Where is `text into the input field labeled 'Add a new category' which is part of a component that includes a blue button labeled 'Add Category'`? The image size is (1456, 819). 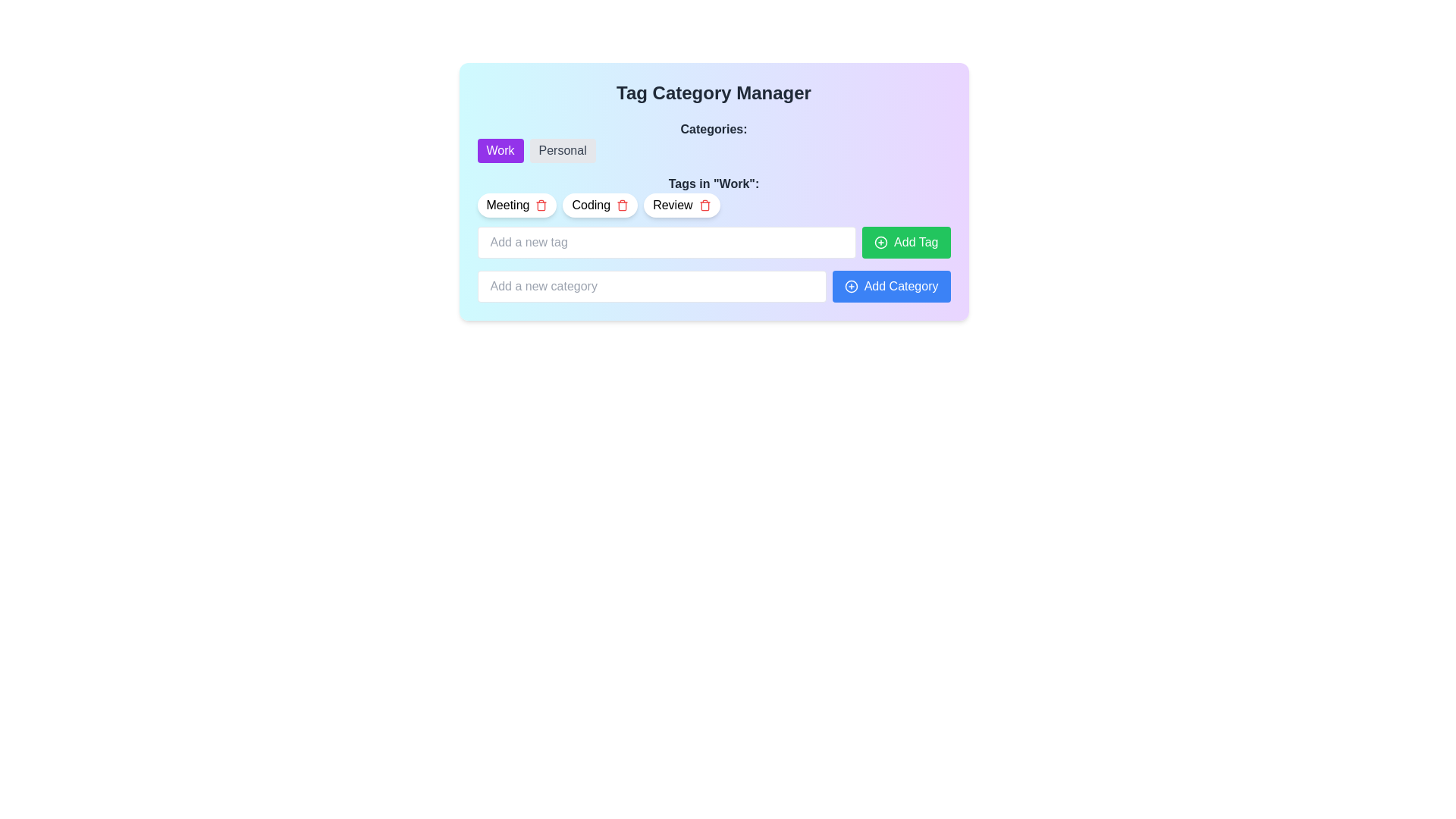
text into the input field labeled 'Add a new category' which is part of a component that includes a blue button labeled 'Add Category' is located at coordinates (713, 287).